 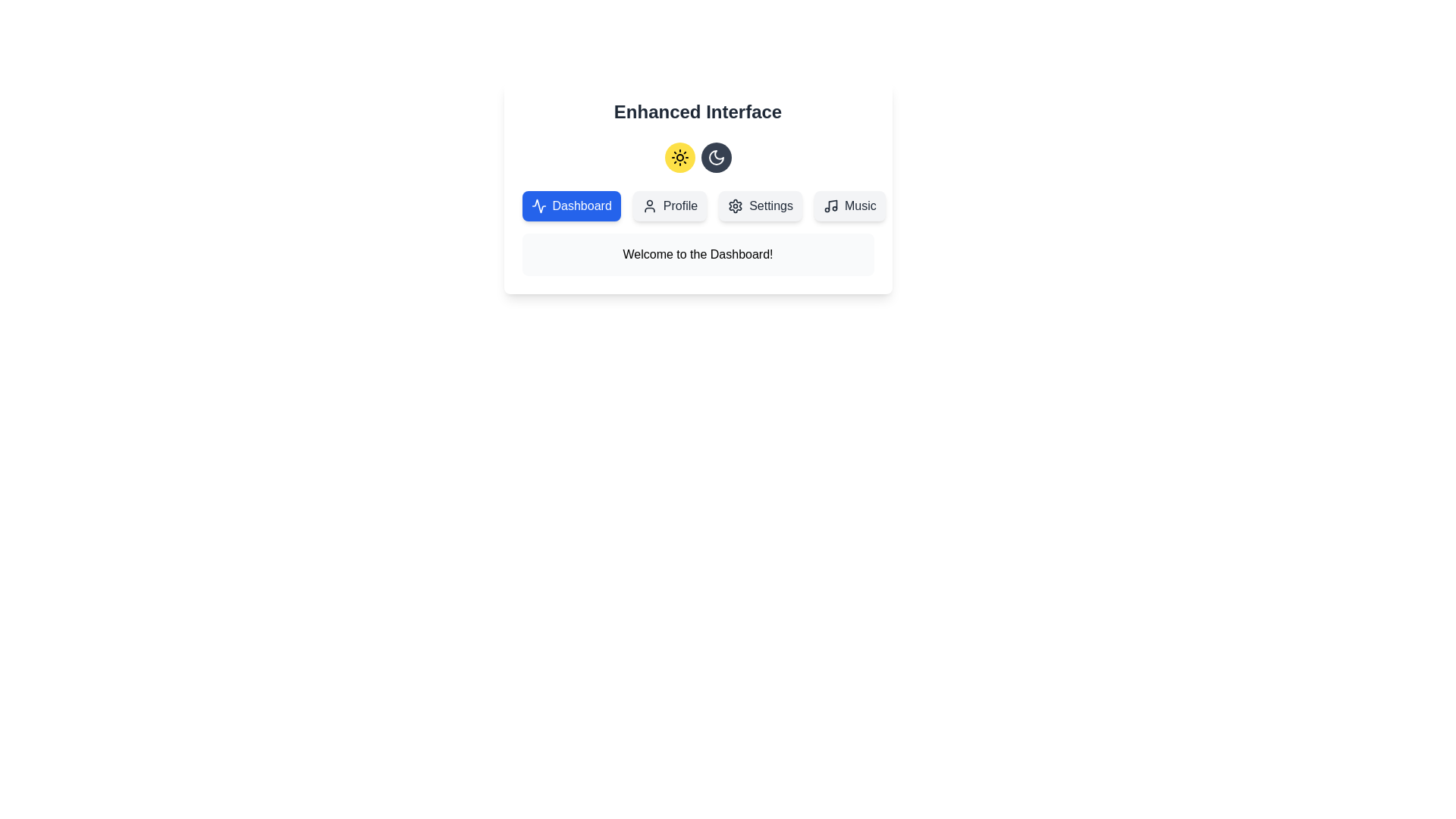 I want to click on the 'Profile' button, which is a rectangular button with rounded borders, light gray background, and dark gray text, positioned between the 'Dashboard' and 'Settings' buttons, so click(x=669, y=206).